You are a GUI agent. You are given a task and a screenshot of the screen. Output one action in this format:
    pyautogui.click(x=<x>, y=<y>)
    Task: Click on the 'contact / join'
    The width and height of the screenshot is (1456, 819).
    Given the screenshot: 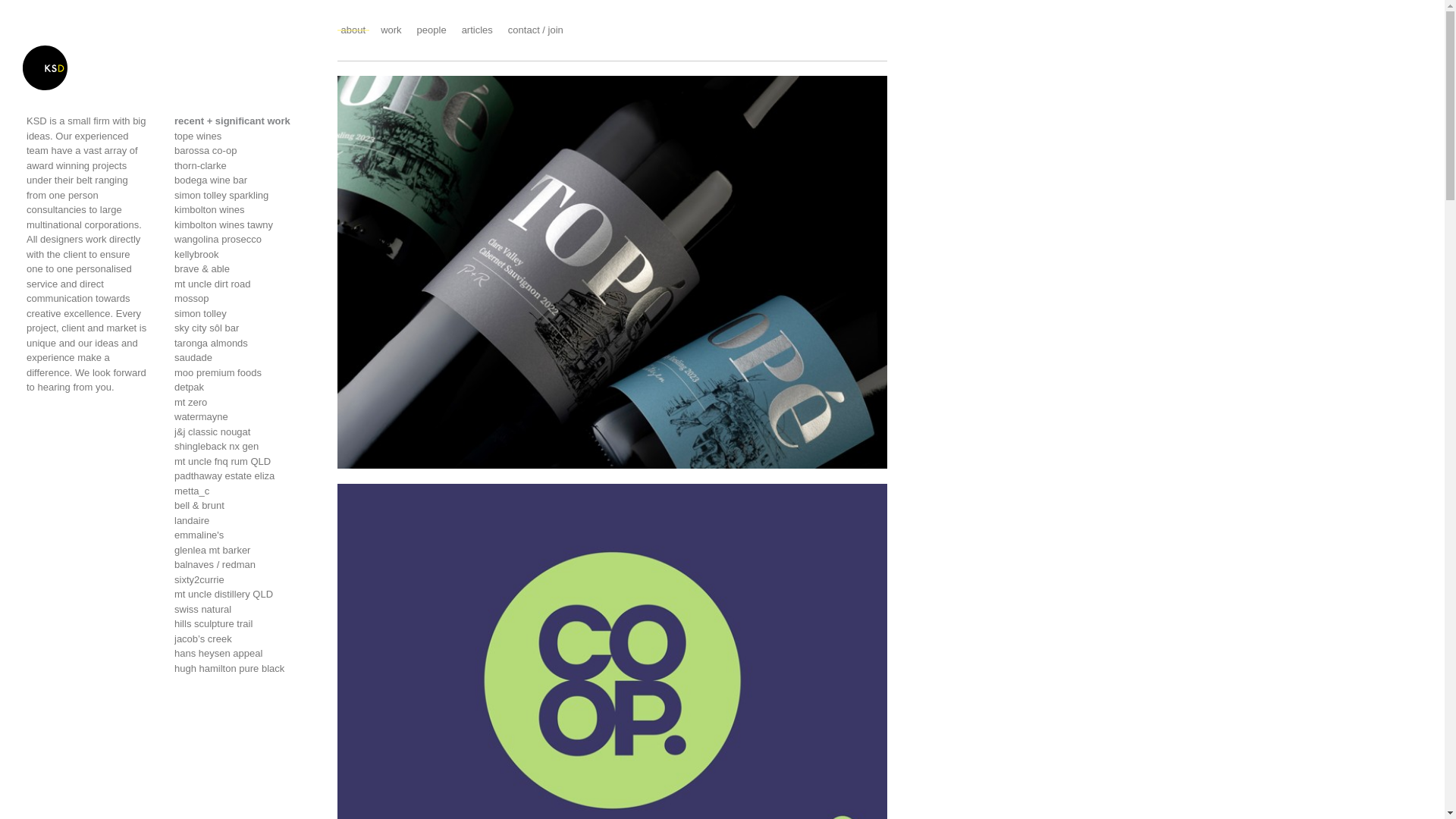 What is the action you would take?
    pyautogui.click(x=535, y=30)
    